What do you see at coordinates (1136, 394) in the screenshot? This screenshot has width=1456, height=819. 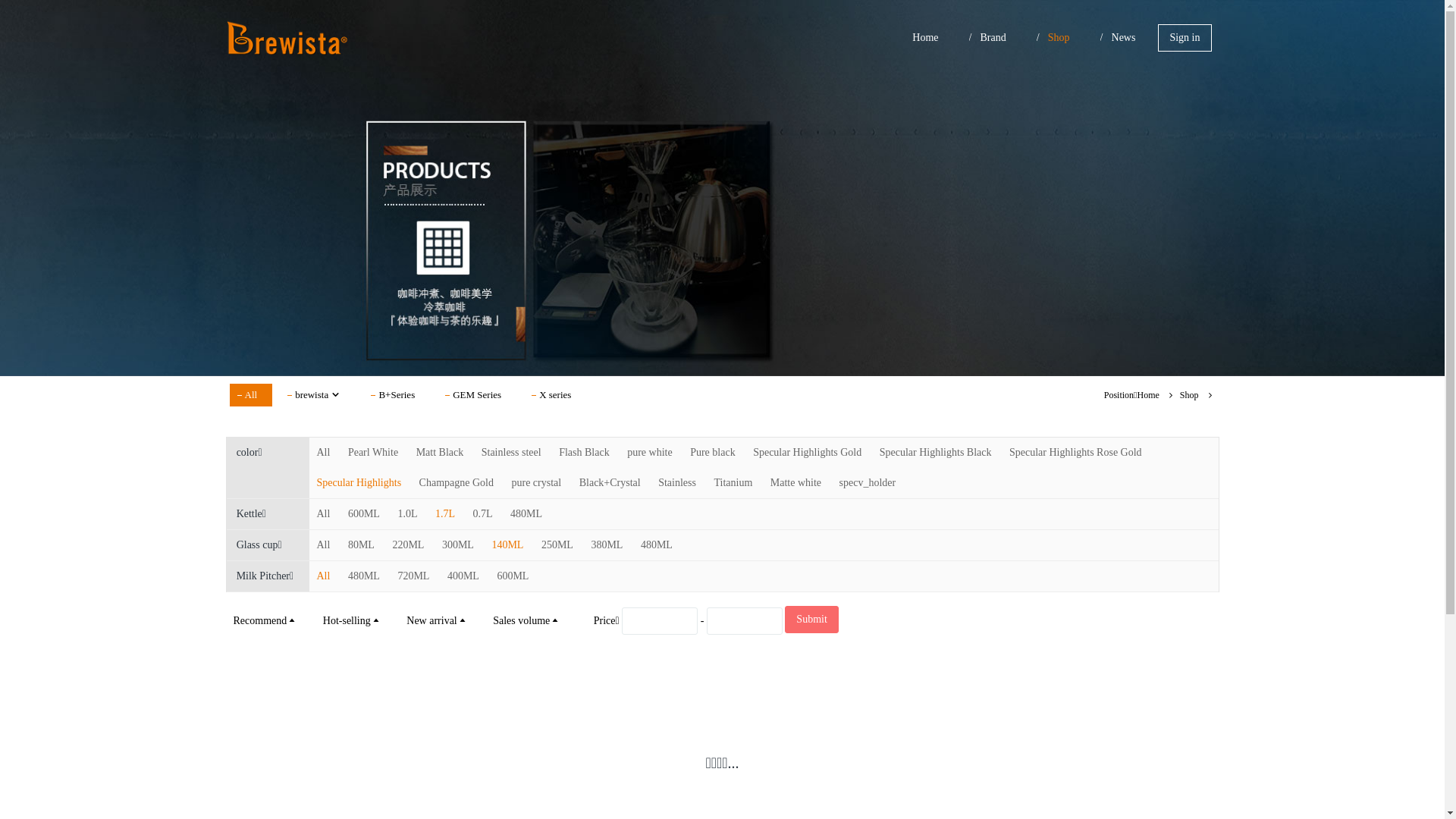 I see `'Home'` at bounding box center [1136, 394].